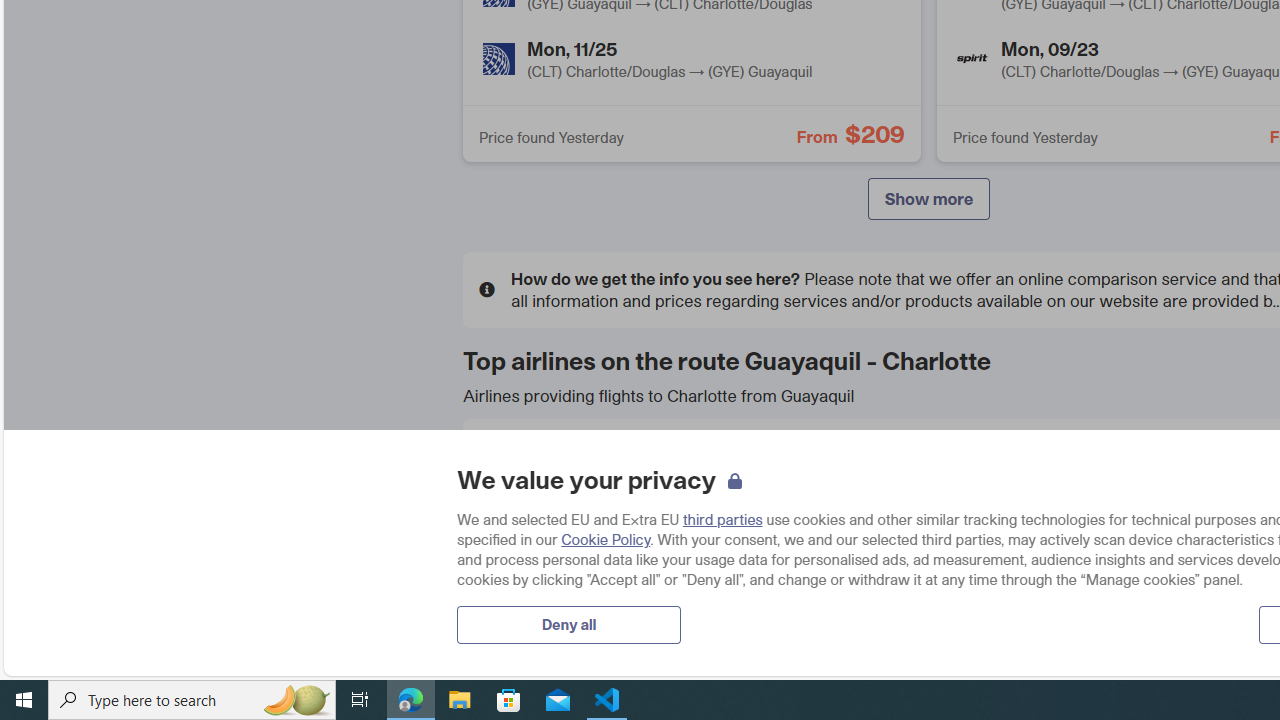 Image resolution: width=1280 pixels, height=720 pixels. What do you see at coordinates (567, 623) in the screenshot?
I see `'Deny all'` at bounding box center [567, 623].